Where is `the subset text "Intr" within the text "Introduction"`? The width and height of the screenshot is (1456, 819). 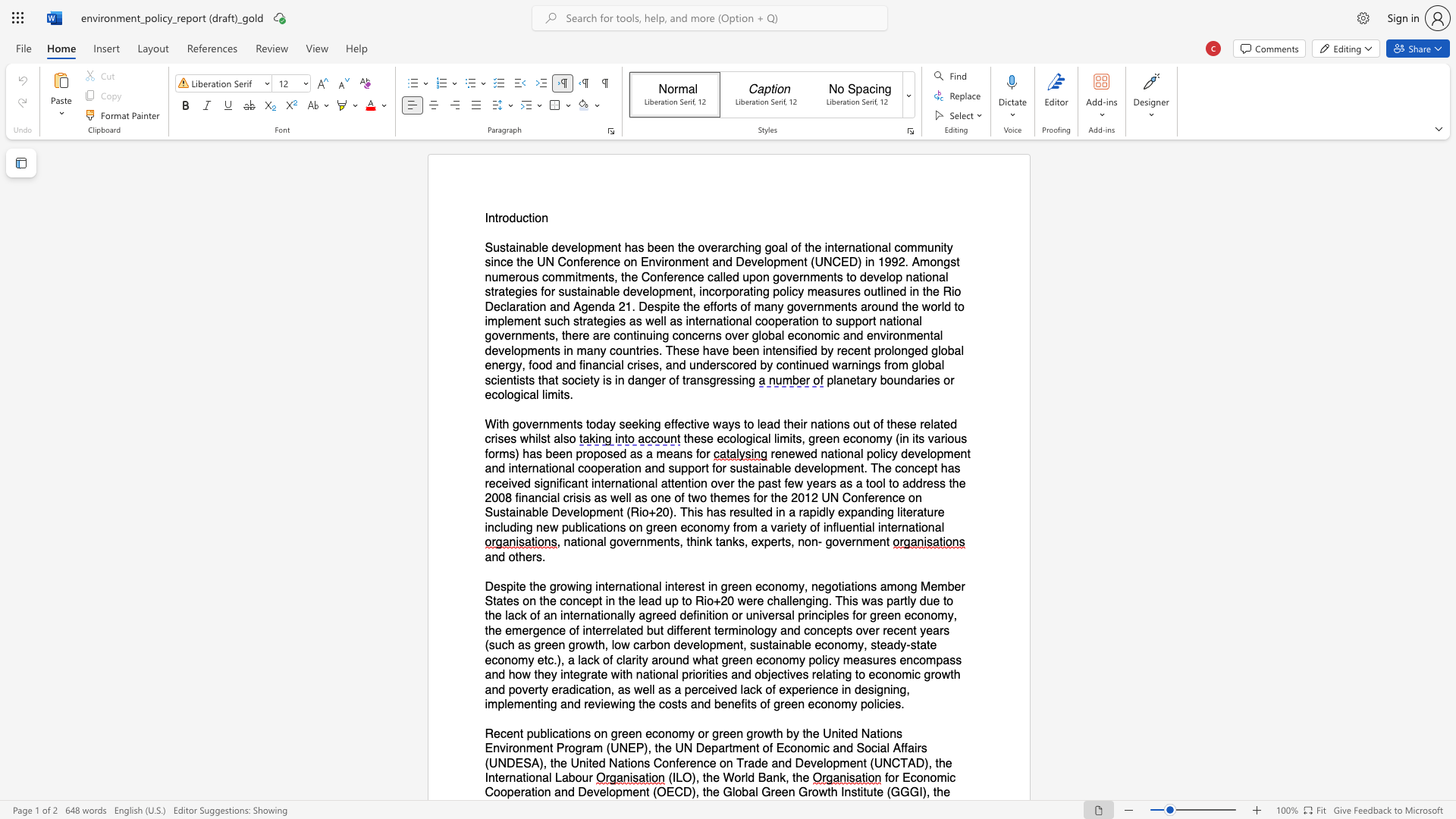
the subset text "Intr" within the text "Introduction" is located at coordinates (484, 218).